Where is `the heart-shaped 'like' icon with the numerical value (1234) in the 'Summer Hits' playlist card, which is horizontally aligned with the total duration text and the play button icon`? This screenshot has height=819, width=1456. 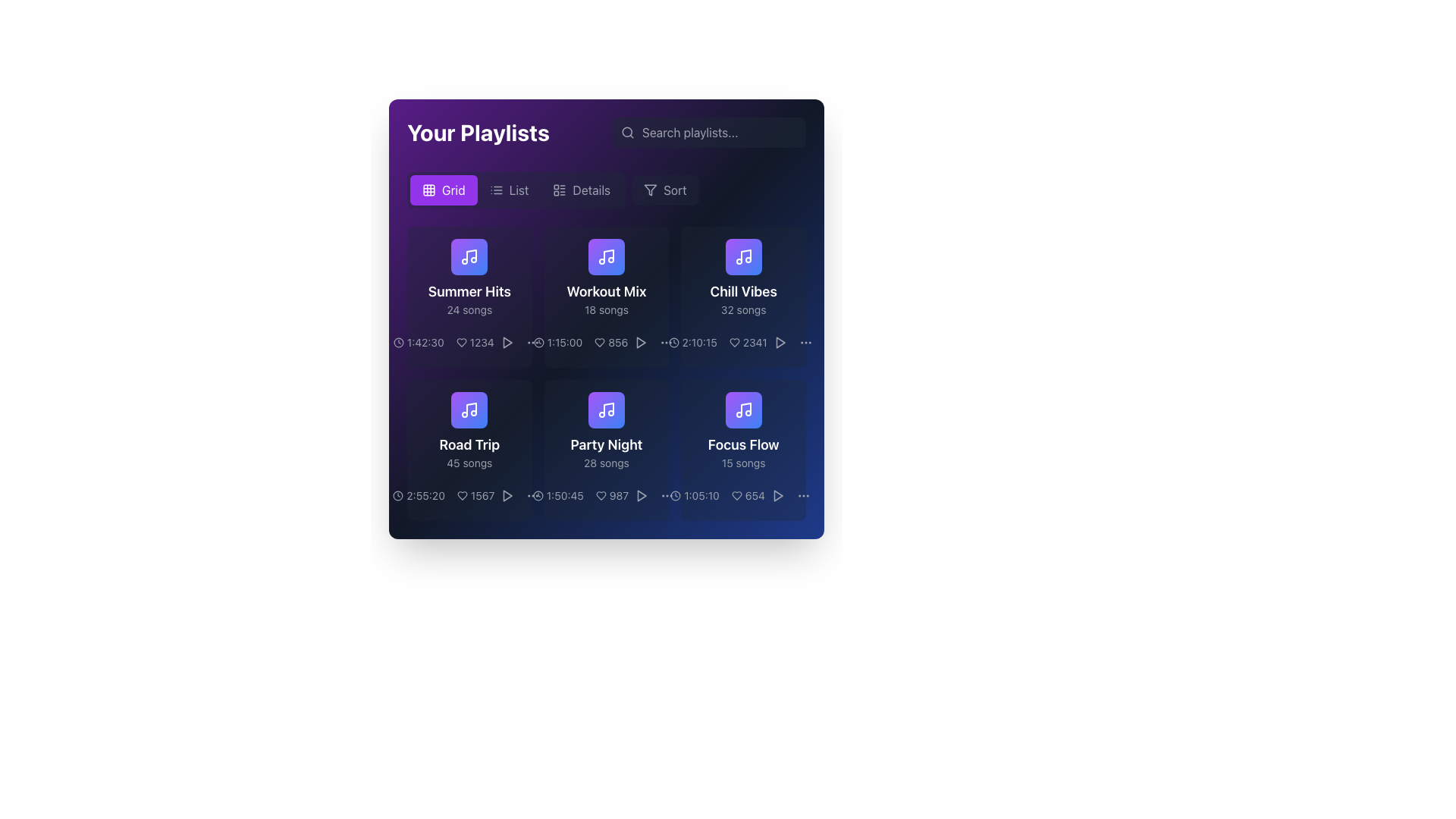 the heart-shaped 'like' icon with the numerical value (1234) in the 'Summer Hits' playlist card, which is horizontally aligned with the total duration text and the play button icon is located at coordinates (469, 342).